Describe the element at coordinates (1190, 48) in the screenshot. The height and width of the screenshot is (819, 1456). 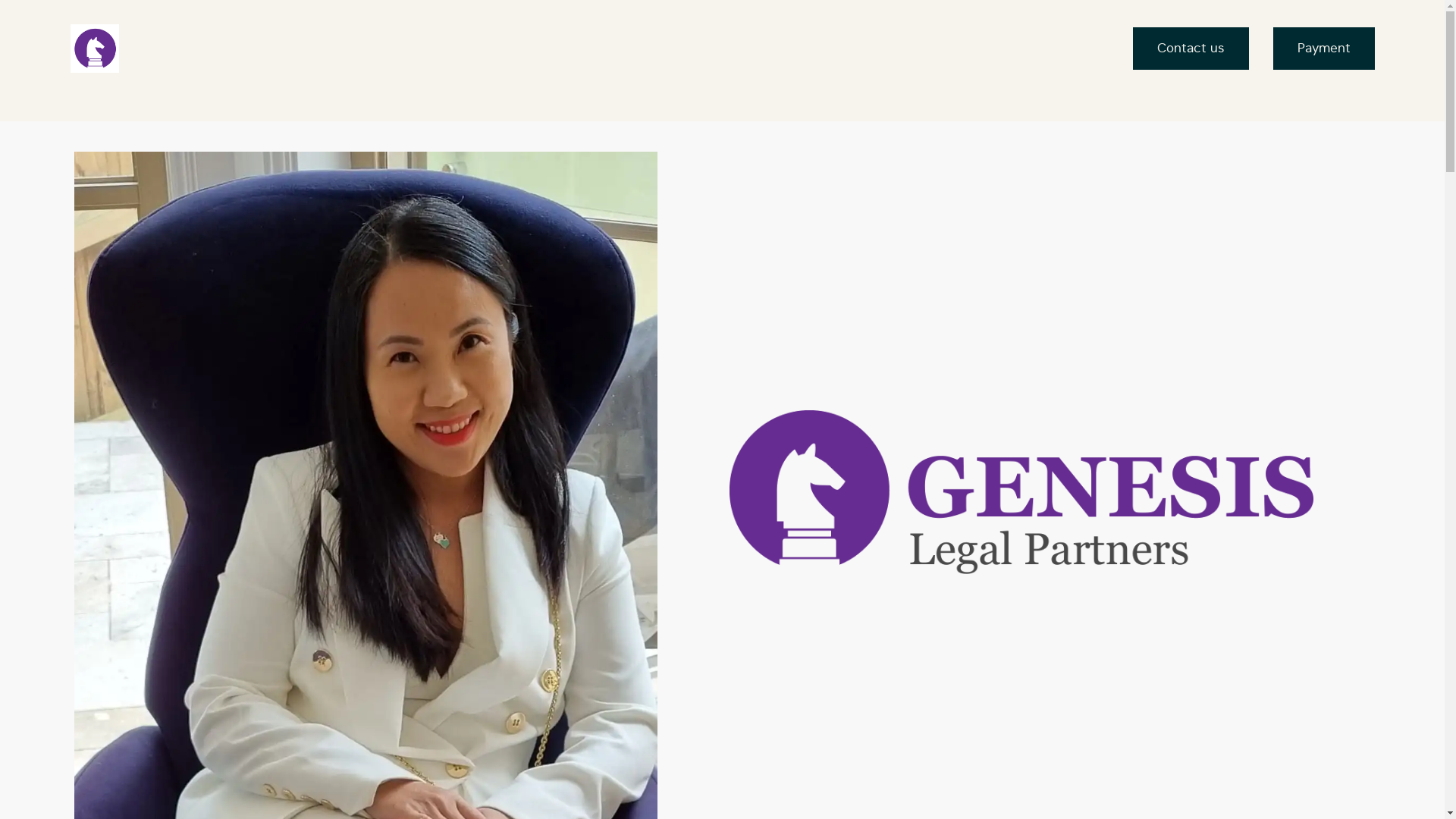
I see `'Contact us'` at that location.